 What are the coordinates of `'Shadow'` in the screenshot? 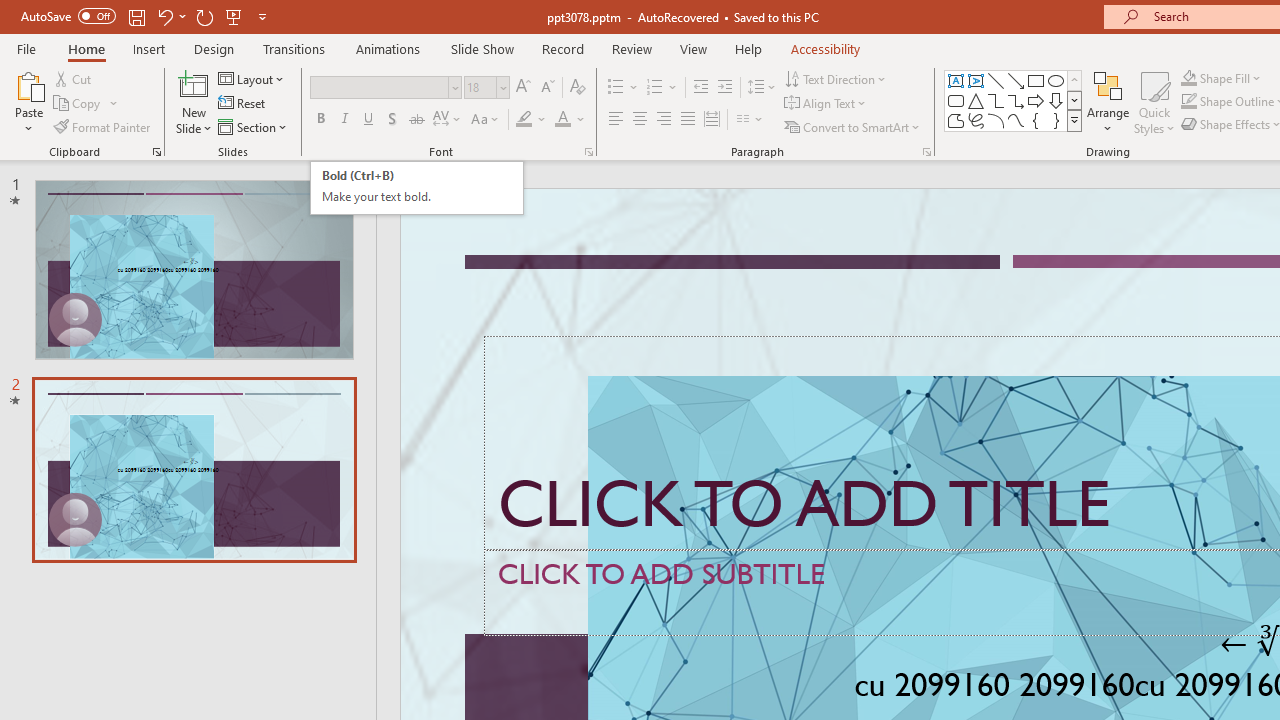 It's located at (392, 119).